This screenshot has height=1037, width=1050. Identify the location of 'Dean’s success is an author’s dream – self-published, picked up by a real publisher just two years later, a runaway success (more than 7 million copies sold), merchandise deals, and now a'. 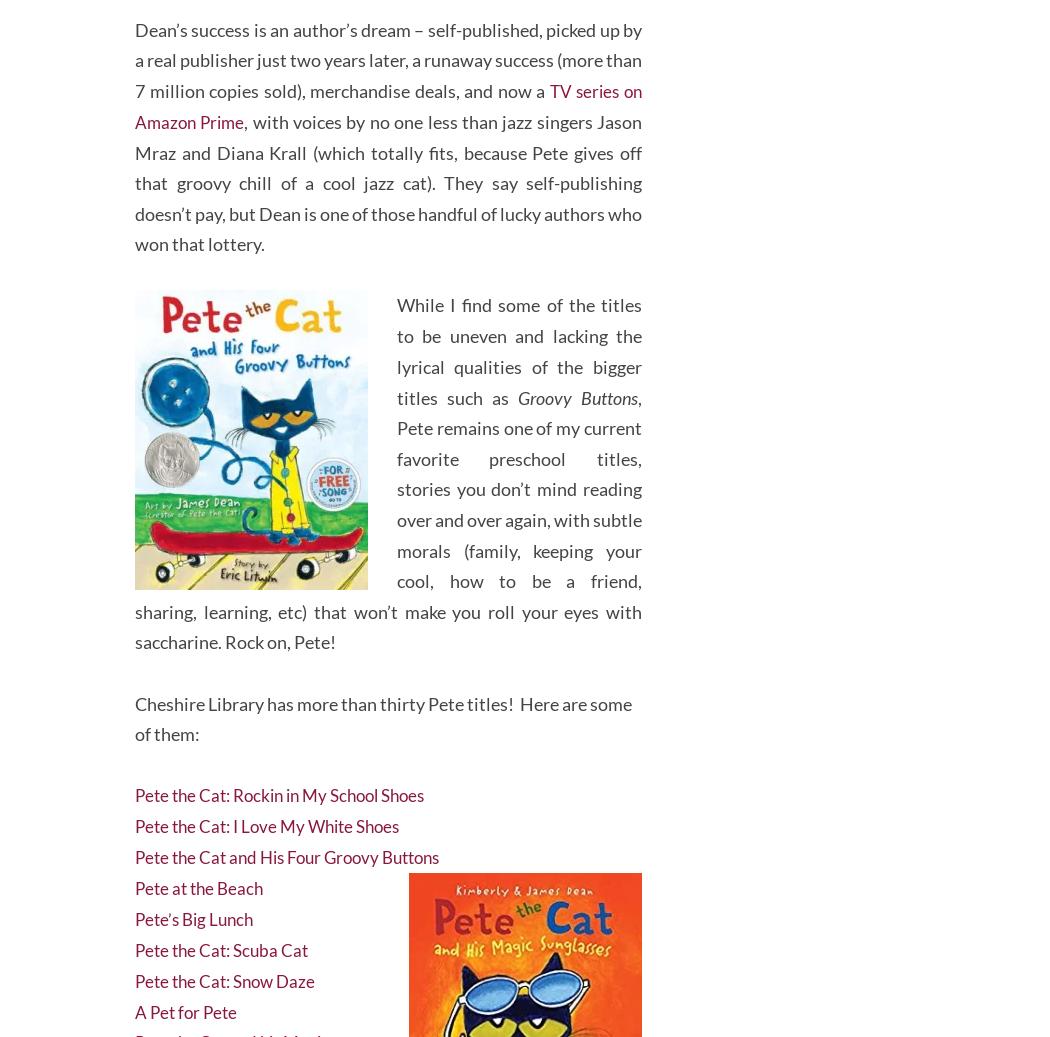
(388, 48).